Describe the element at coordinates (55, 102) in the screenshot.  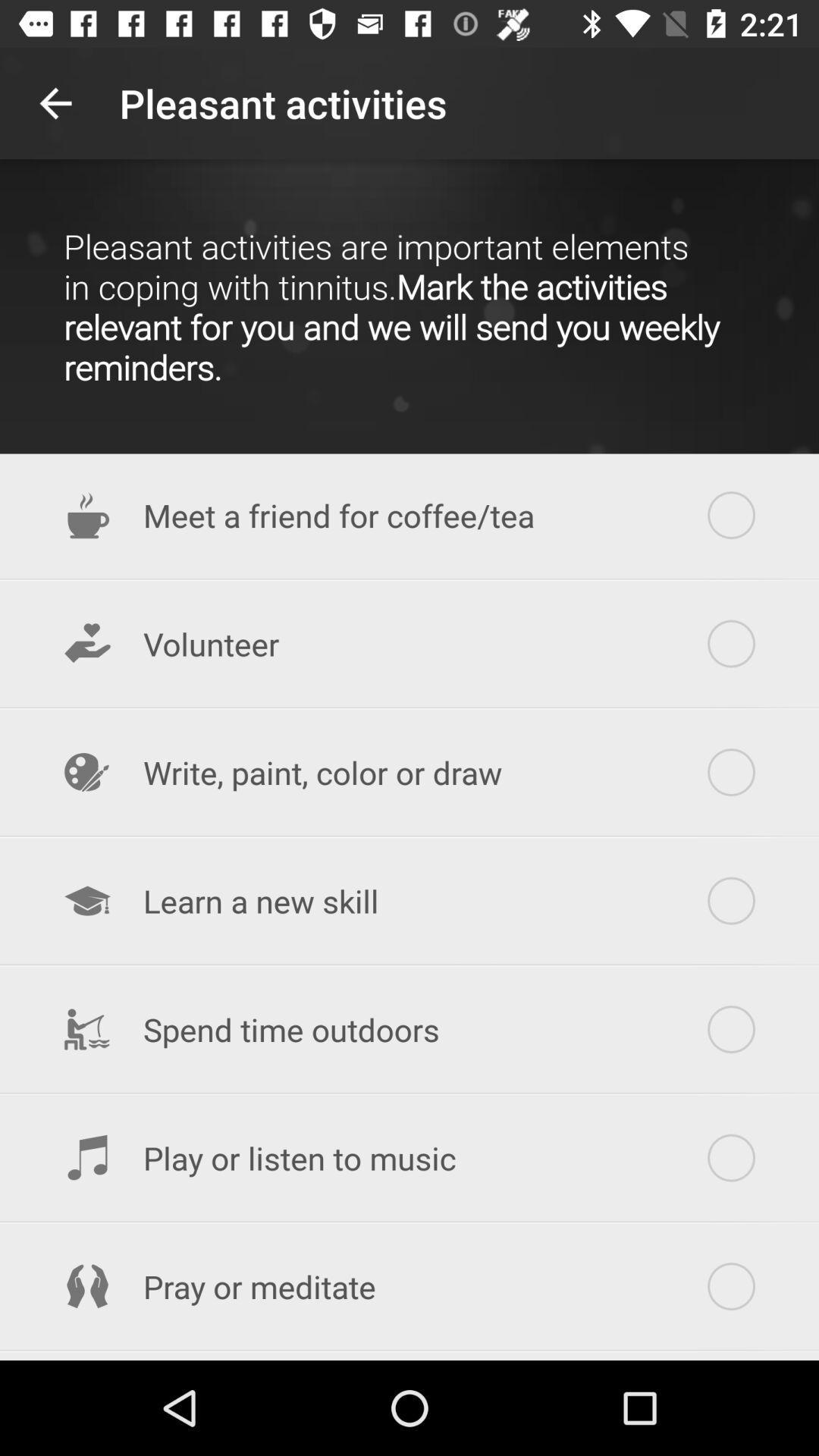
I see `the icon to the left of pleasant activities item` at that location.